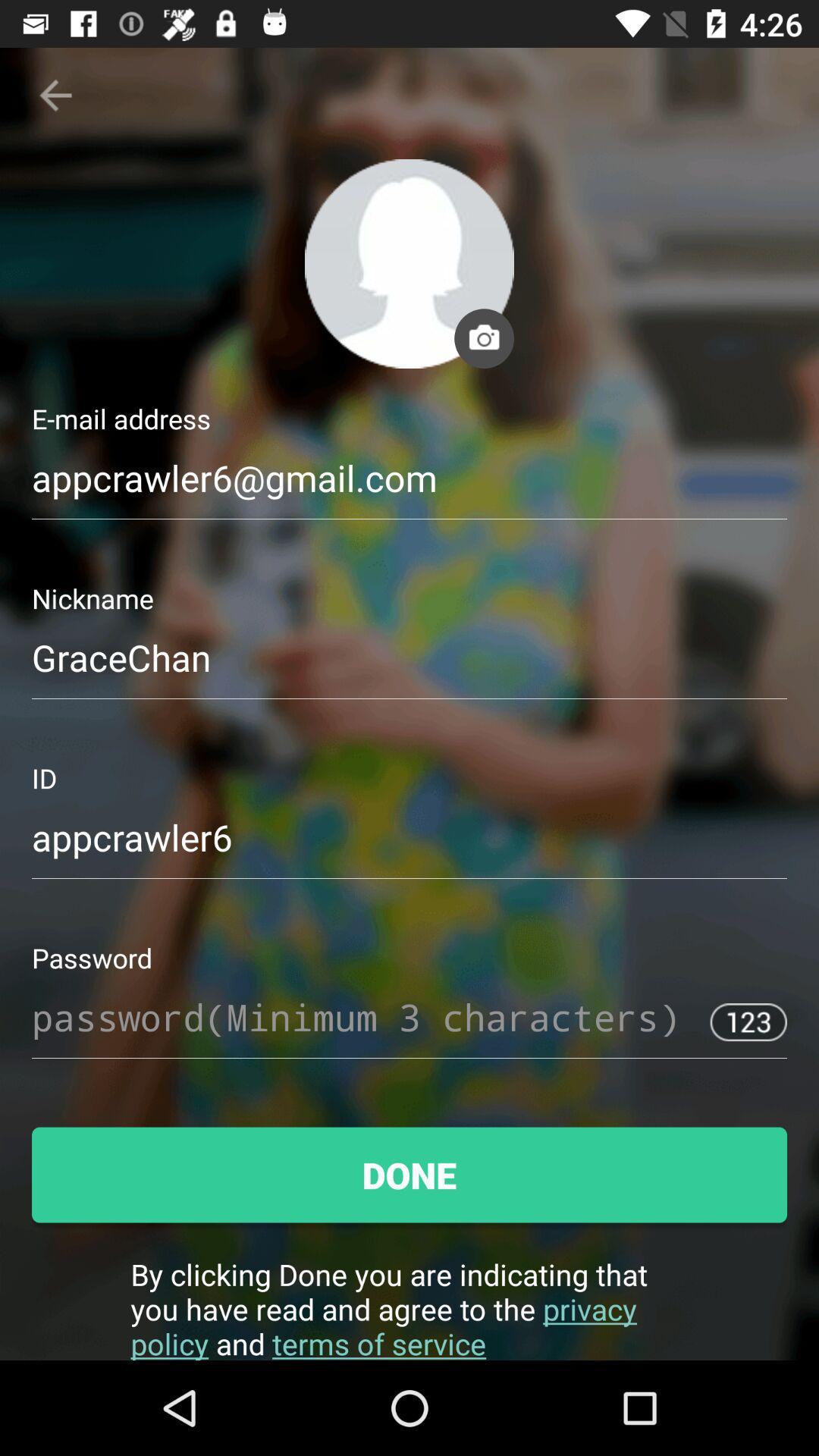  I want to click on the arrow_backward icon, so click(55, 94).